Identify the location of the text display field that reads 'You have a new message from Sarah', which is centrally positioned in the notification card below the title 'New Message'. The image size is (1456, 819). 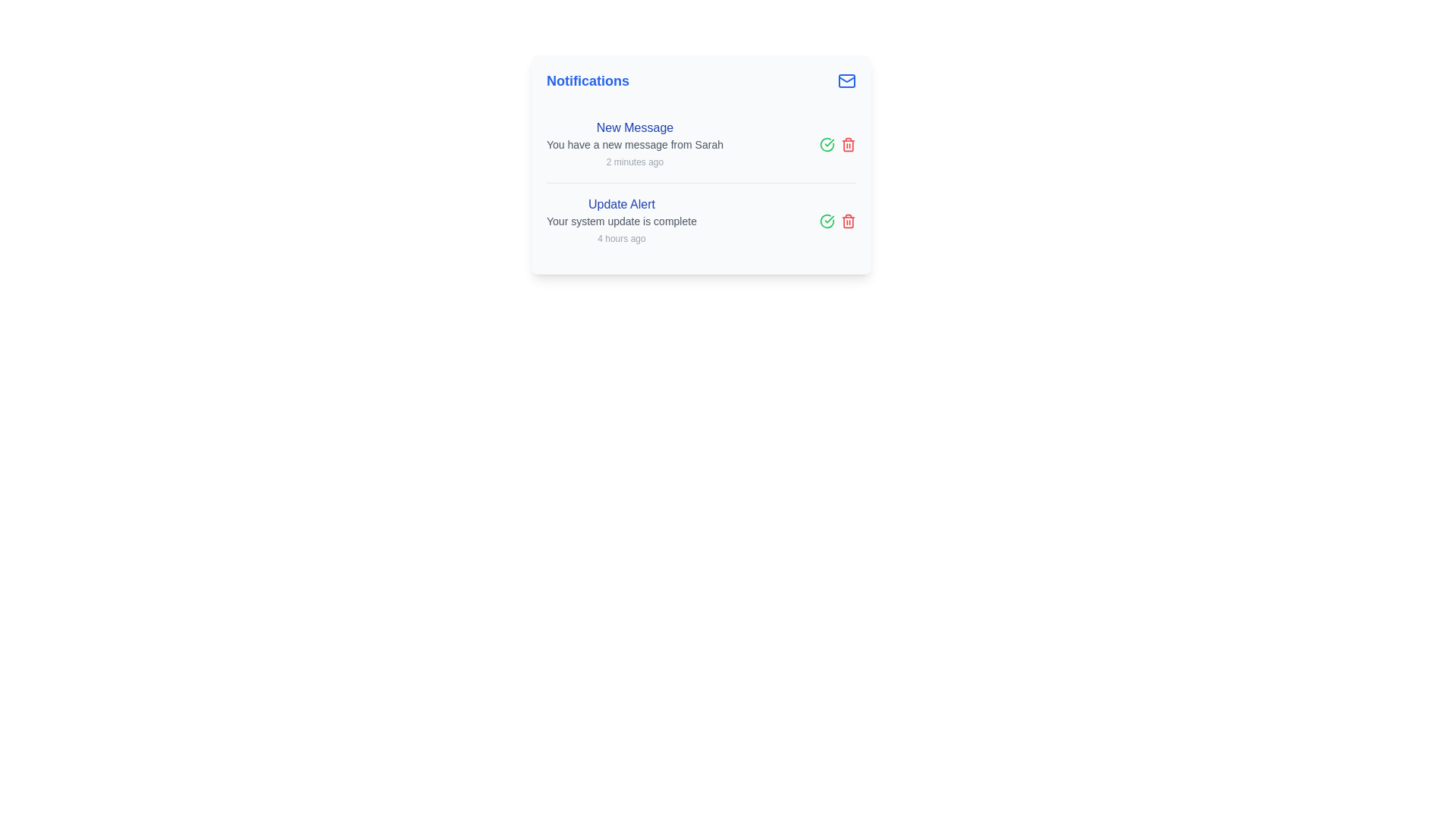
(635, 145).